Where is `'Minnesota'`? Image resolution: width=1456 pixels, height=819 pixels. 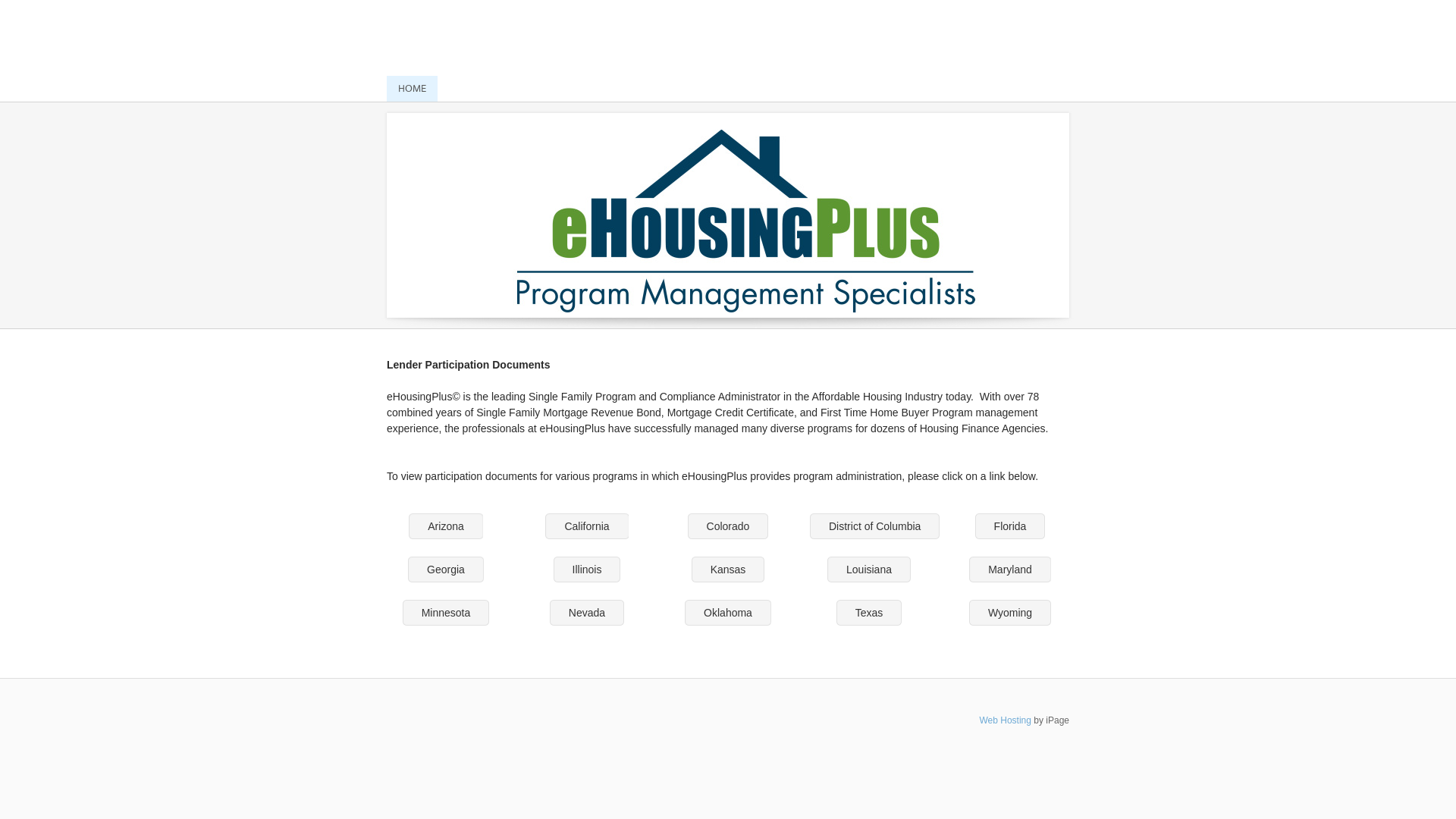 'Minnesota' is located at coordinates (445, 611).